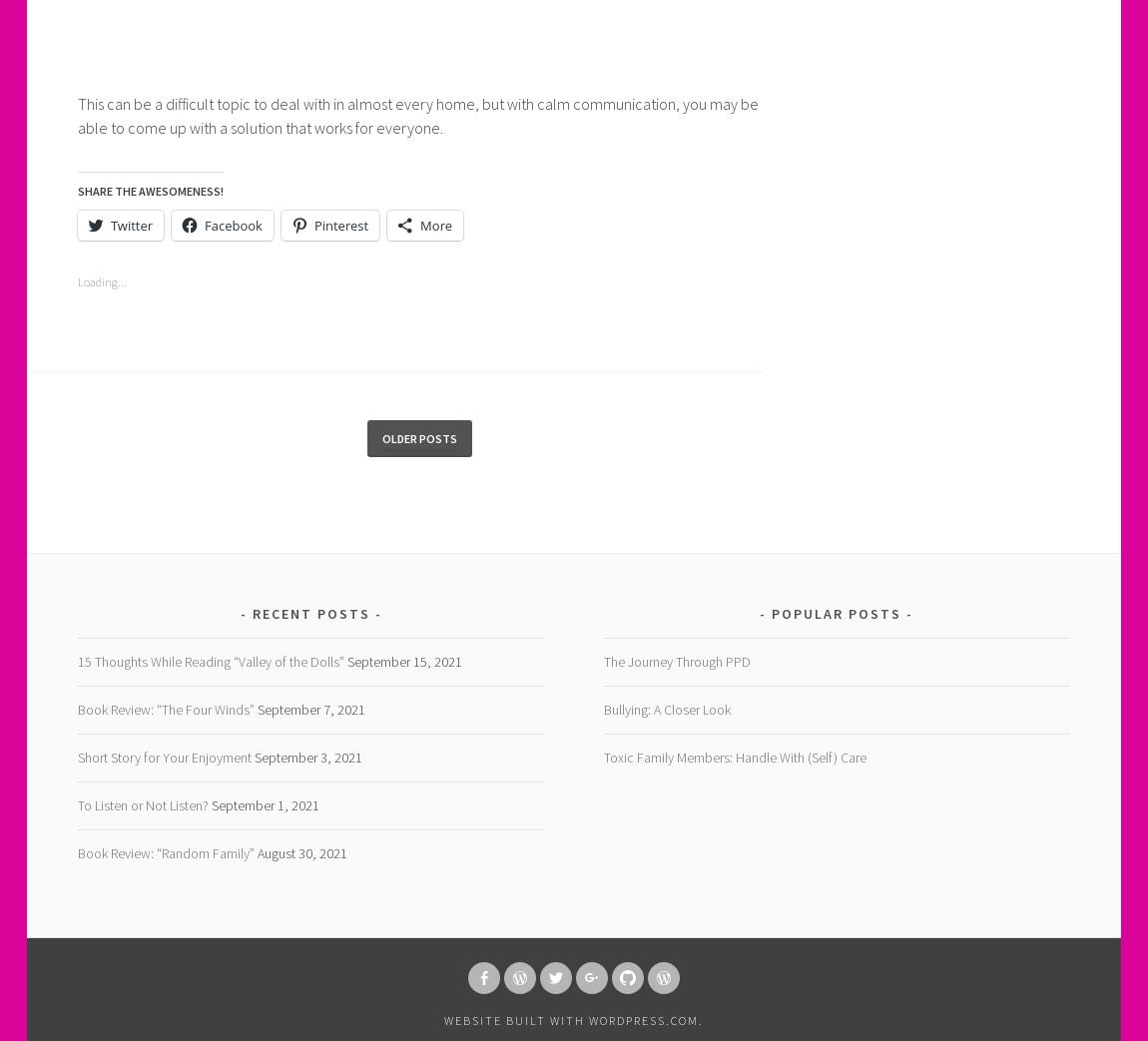 The height and width of the screenshot is (1041, 1148). I want to click on 'This can be a difficult topic to deal with in almost every home, but with calm communication, you may be able to come up with a solution that works for everyone.', so click(417, 115).